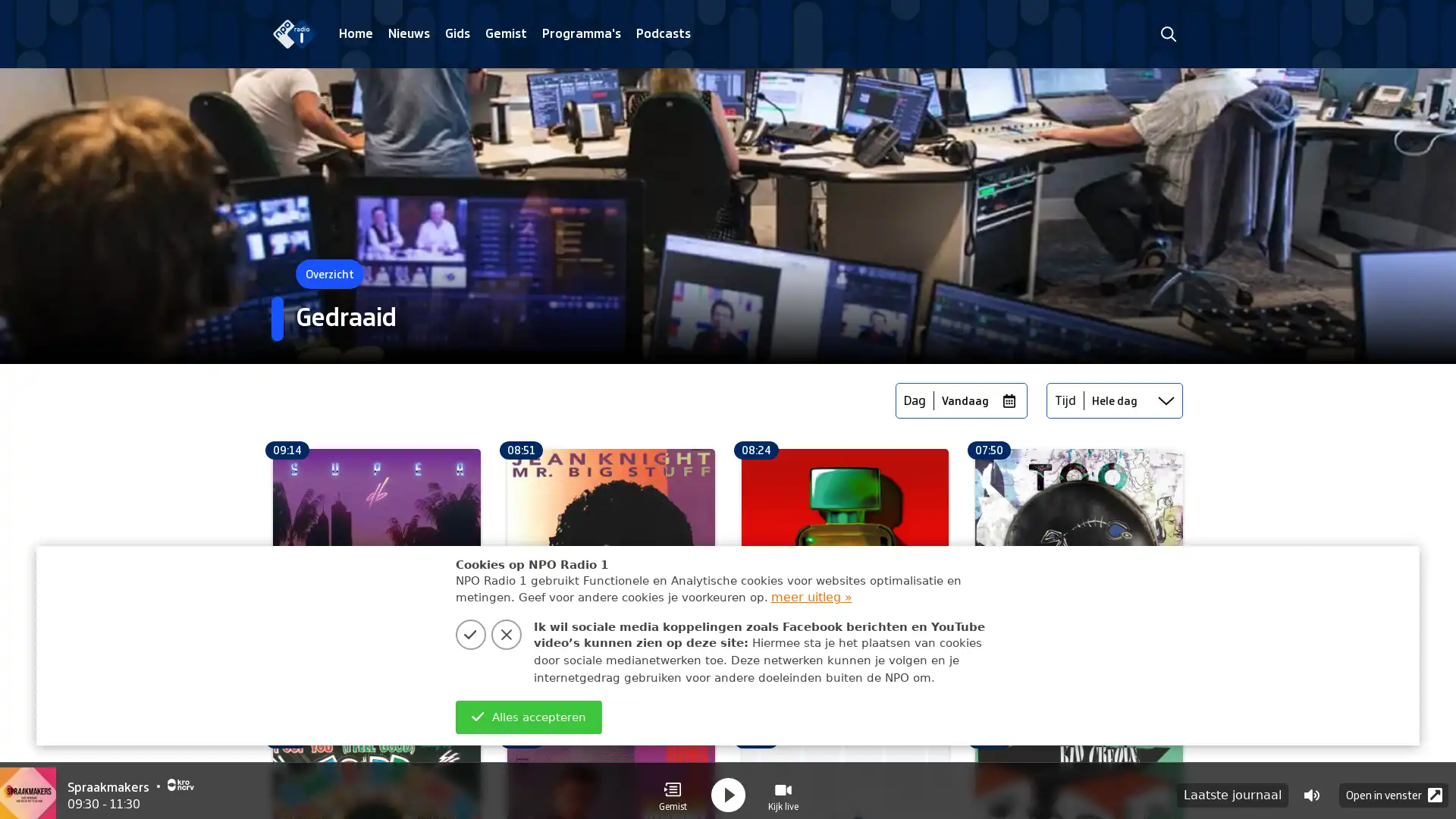 This screenshot has width=1456, height=819. What do you see at coordinates (728, 786) in the screenshot?
I see `play` at bounding box center [728, 786].